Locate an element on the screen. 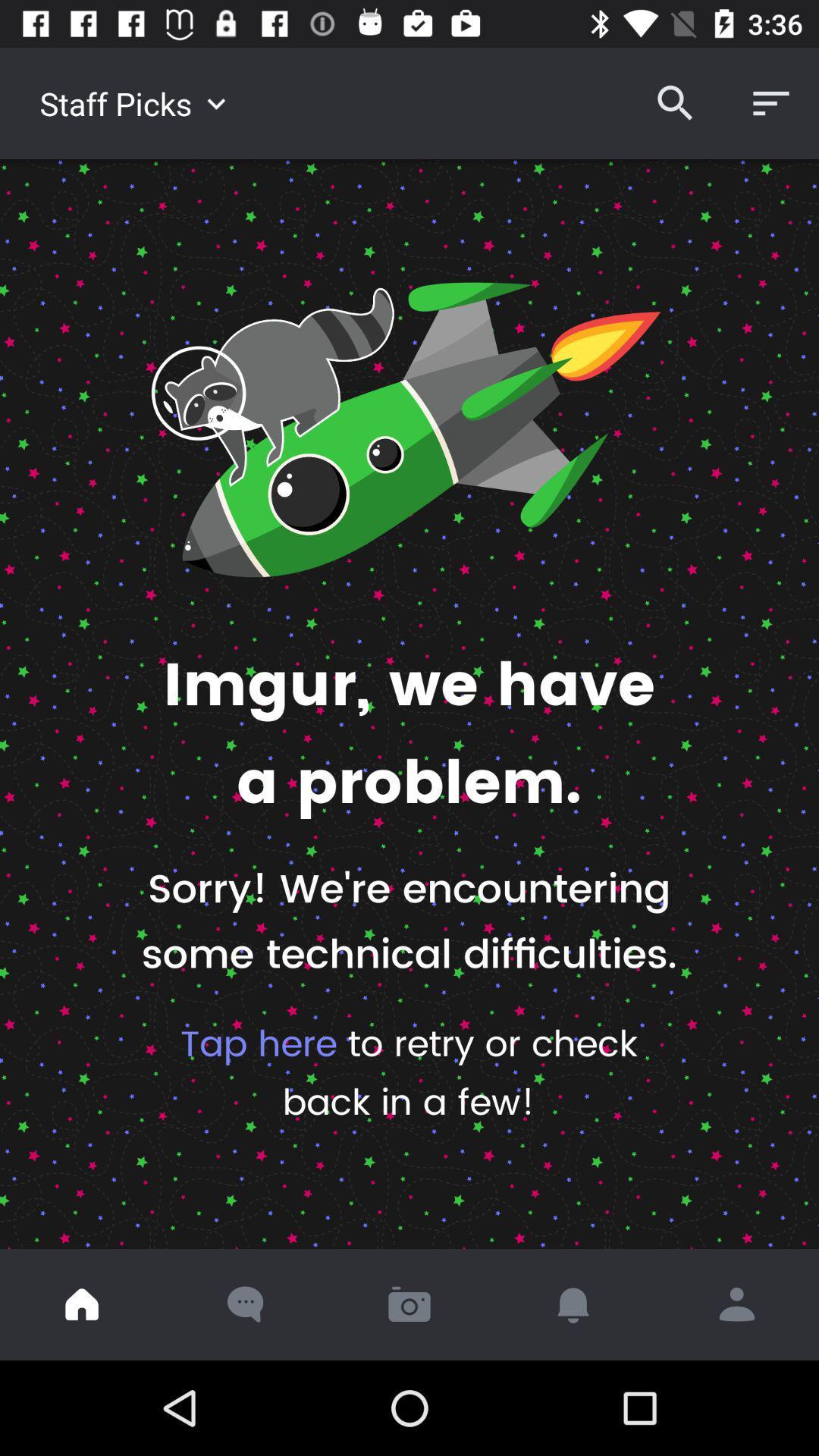  the avatar icon is located at coordinates (736, 1304).